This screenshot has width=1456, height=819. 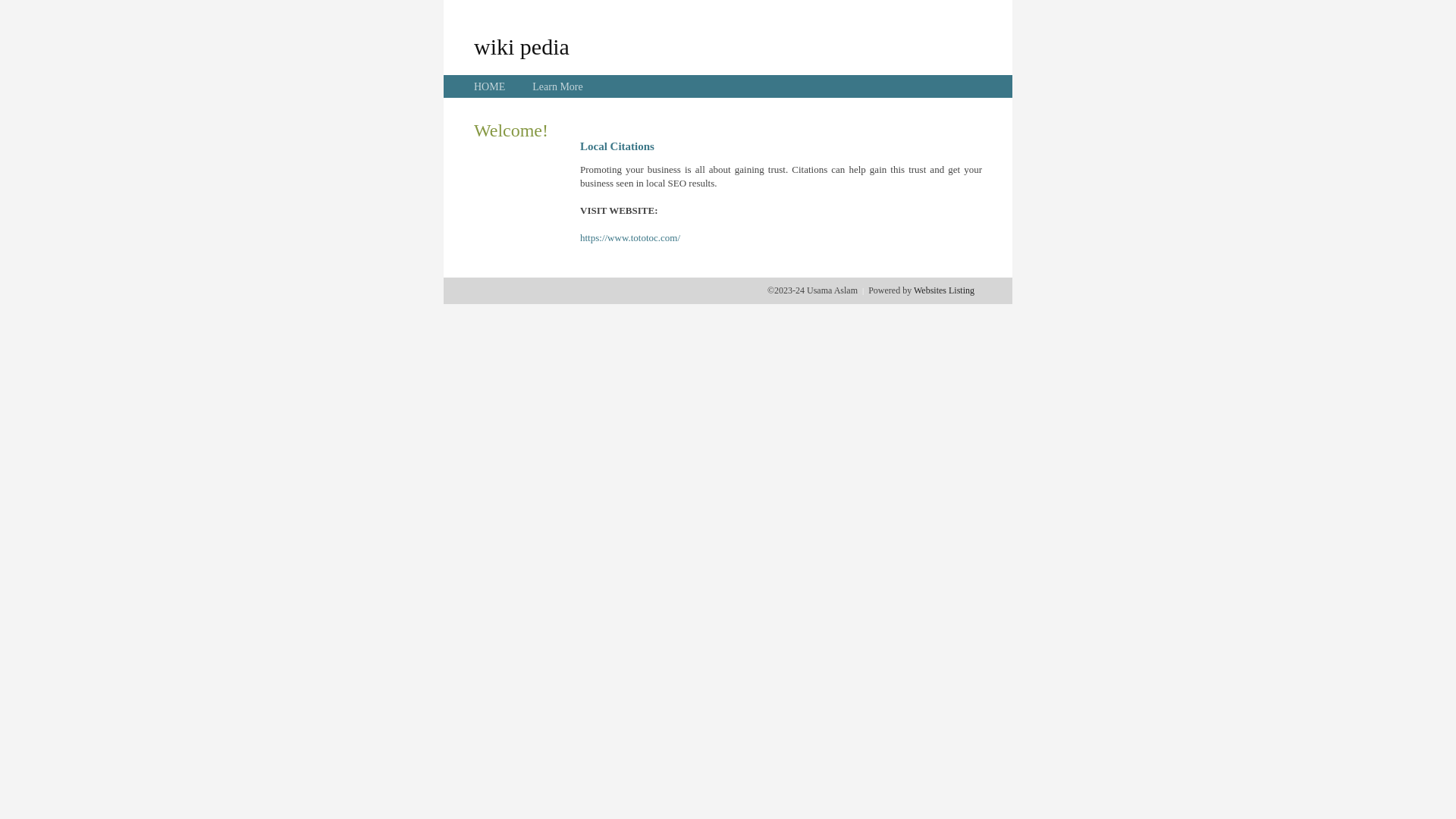 I want to click on 'Websites Listing', so click(x=943, y=290).